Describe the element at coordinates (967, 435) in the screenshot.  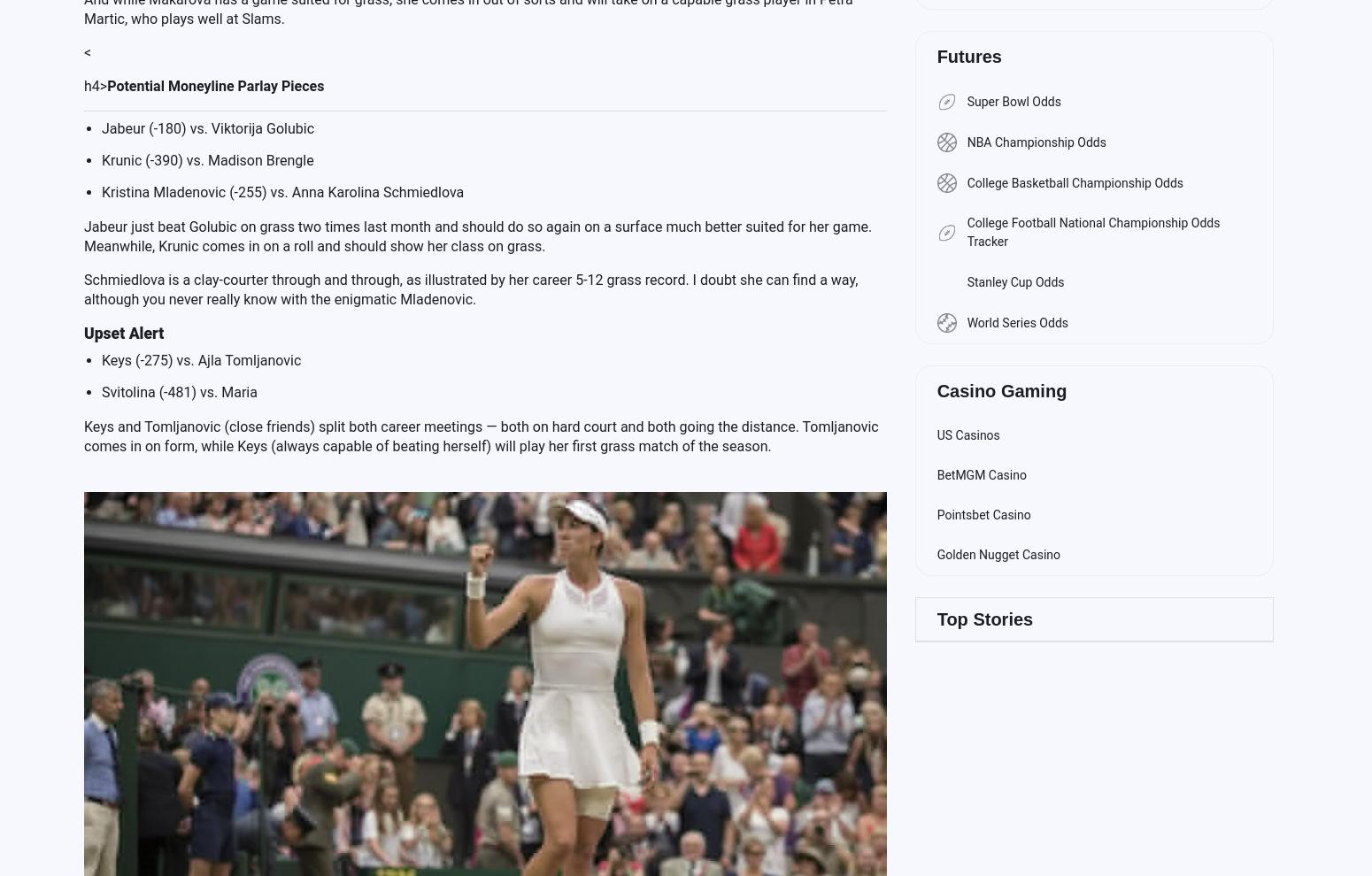
I see `'US Casinos'` at that location.